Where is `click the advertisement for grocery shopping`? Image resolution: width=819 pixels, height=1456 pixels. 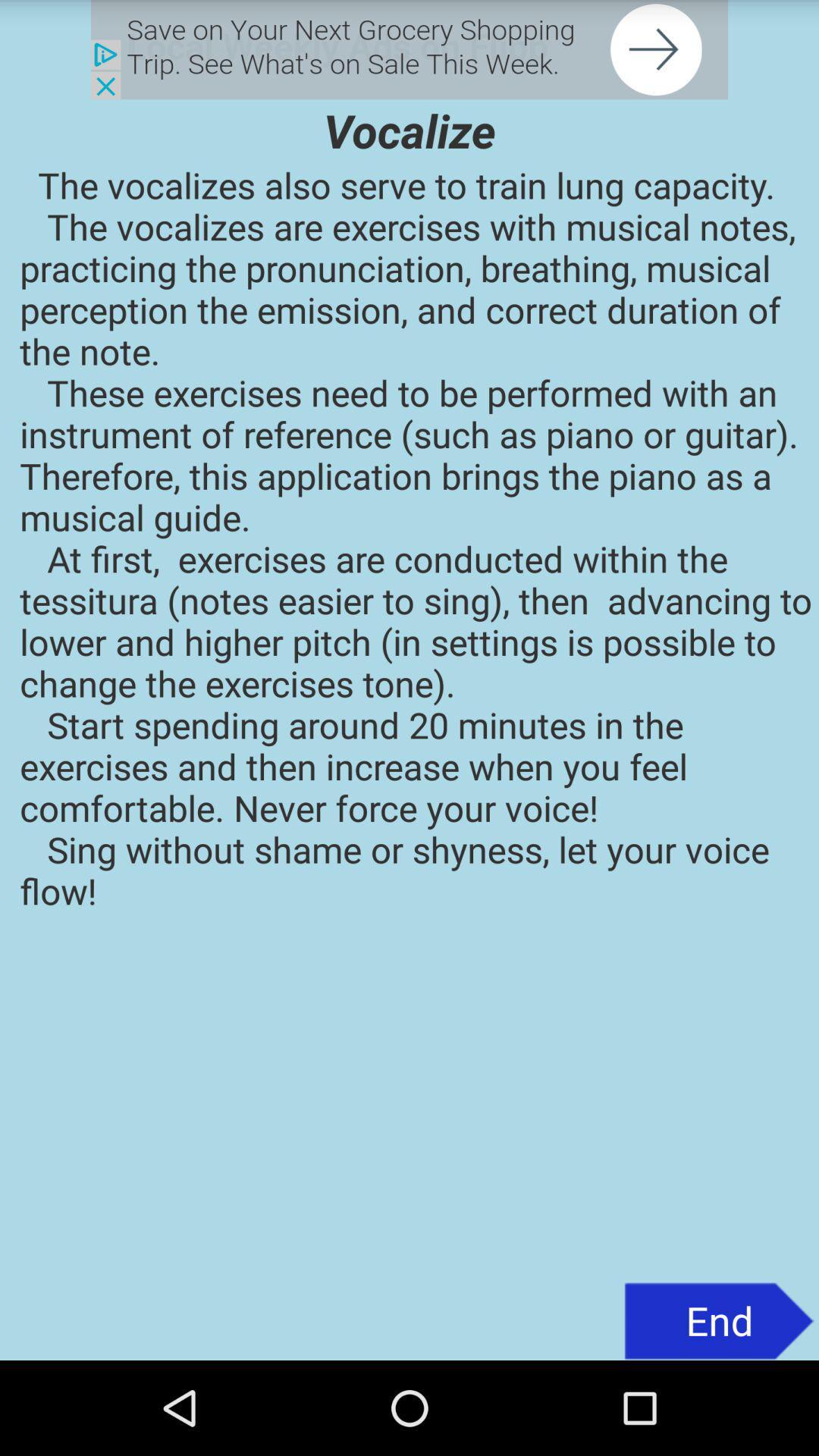 click the advertisement for grocery shopping is located at coordinates (409, 49).